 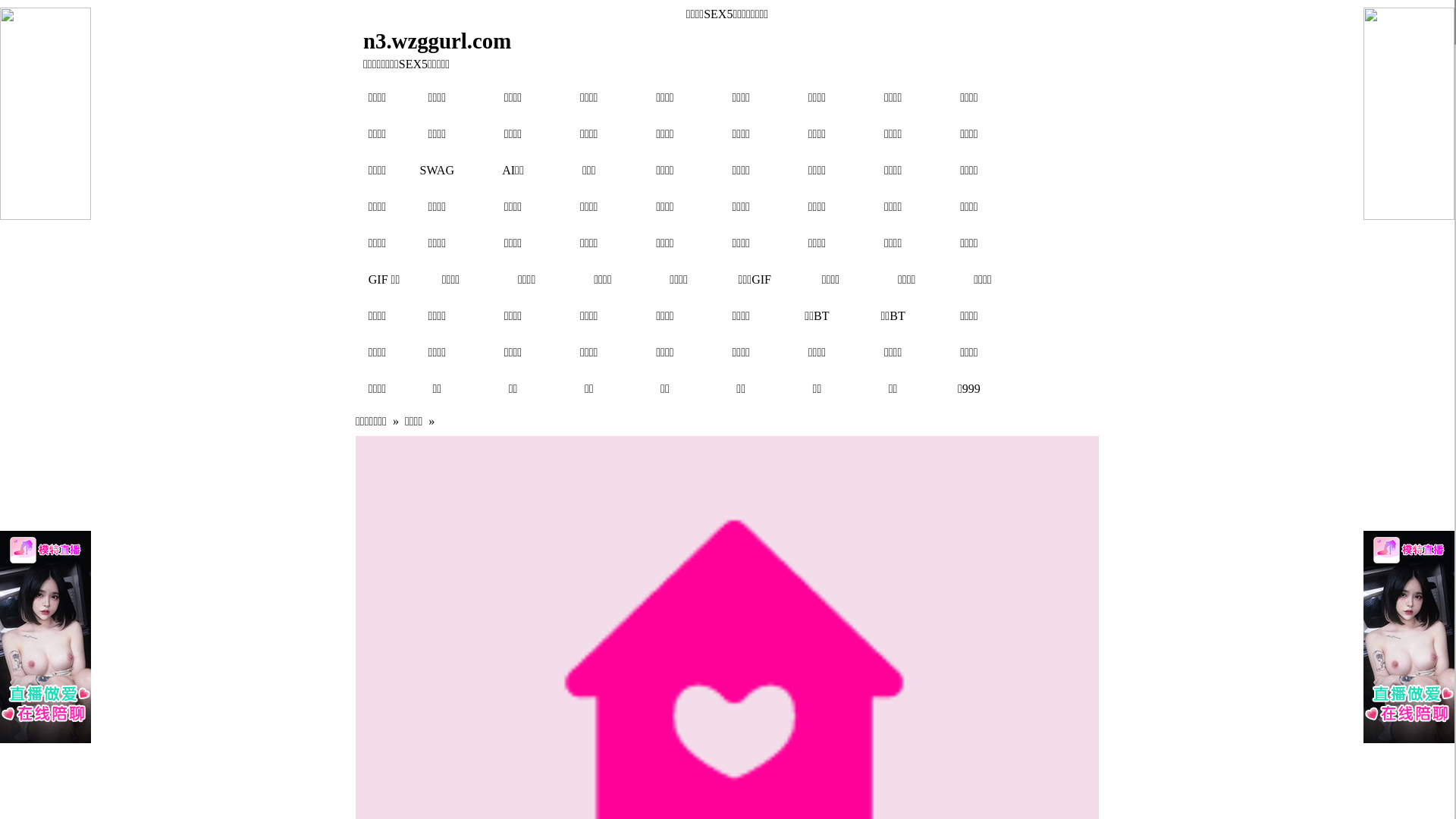 What do you see at coordinates (436, 170) in the screenshot?
I see `'SWAG'` at bounding box center [436, 170].